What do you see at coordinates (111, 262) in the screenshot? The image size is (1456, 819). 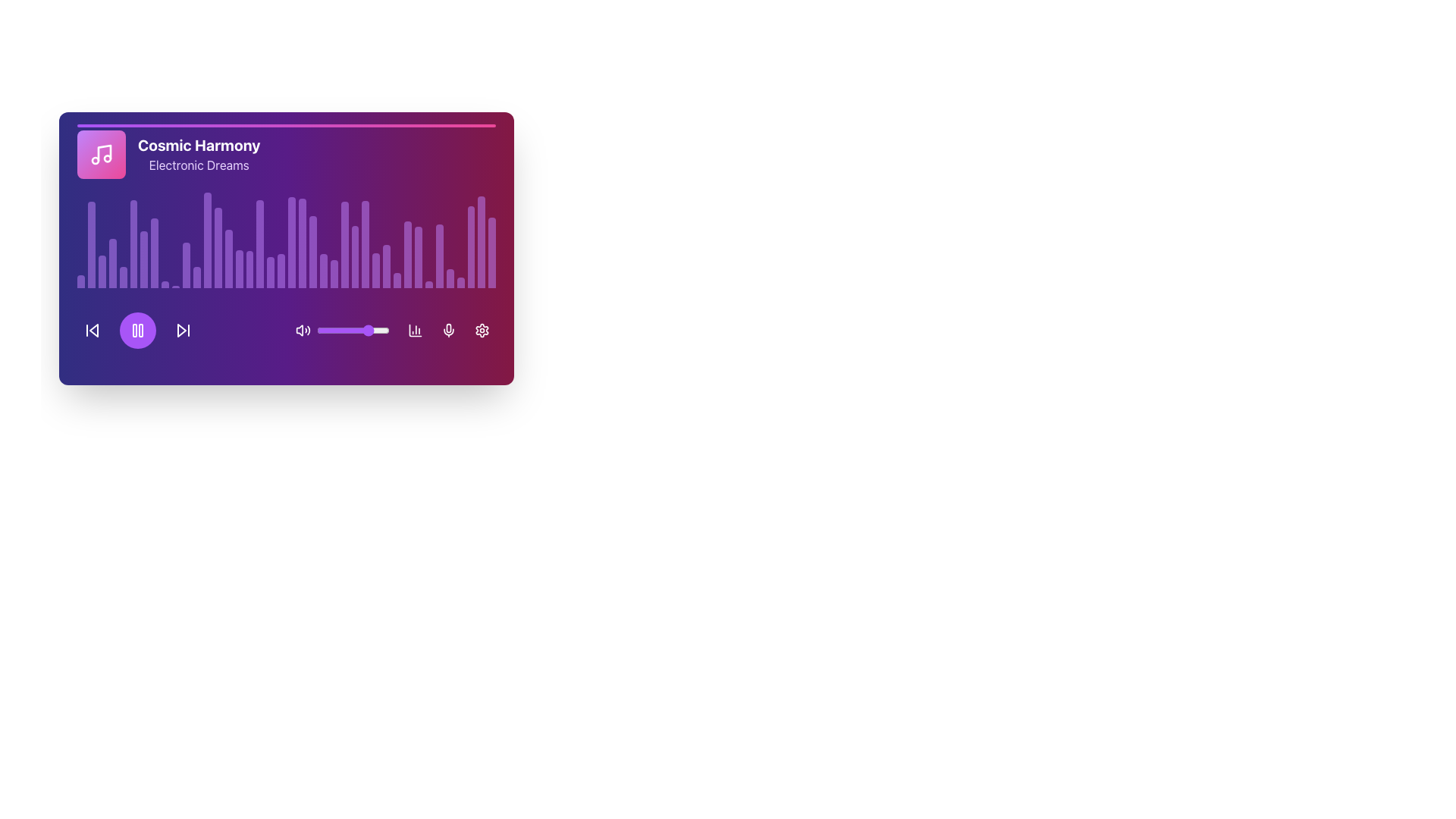 I see `the fourth vertical bar of the equalizer component in the media player interface` at bounding box center [111, 262].